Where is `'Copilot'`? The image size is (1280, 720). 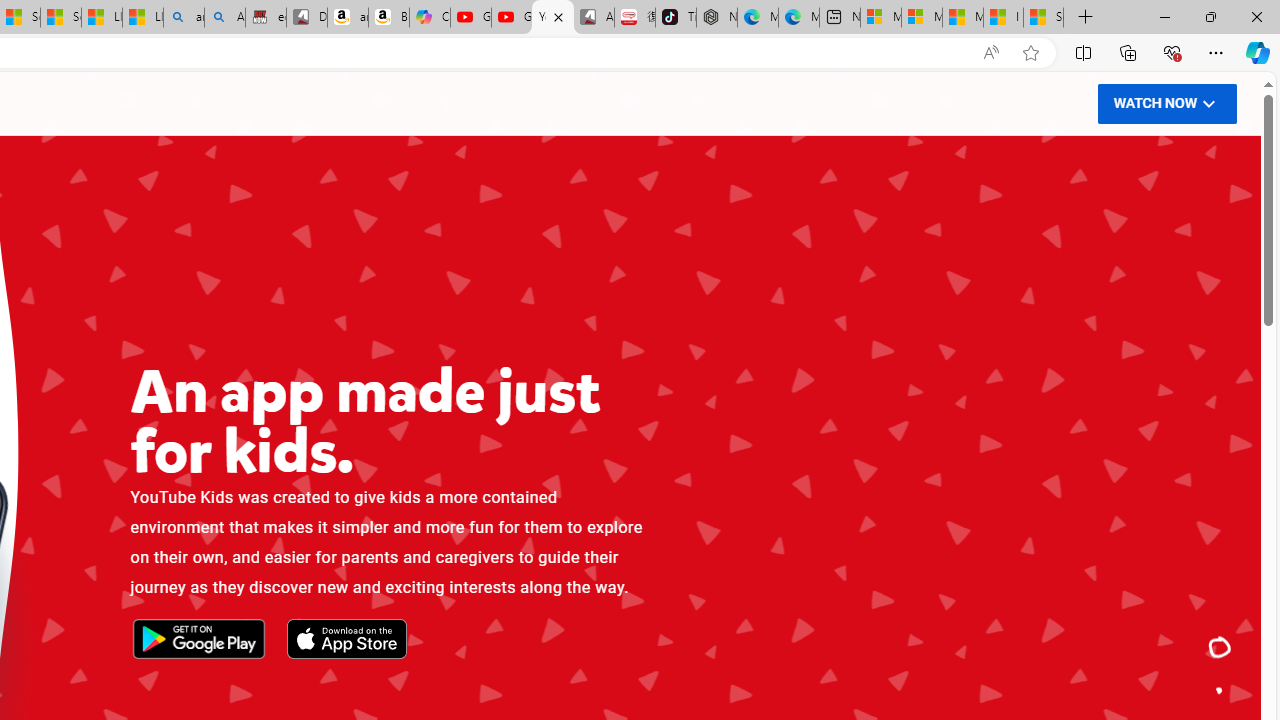 'Copilot' is located at coordinates (429, 17).